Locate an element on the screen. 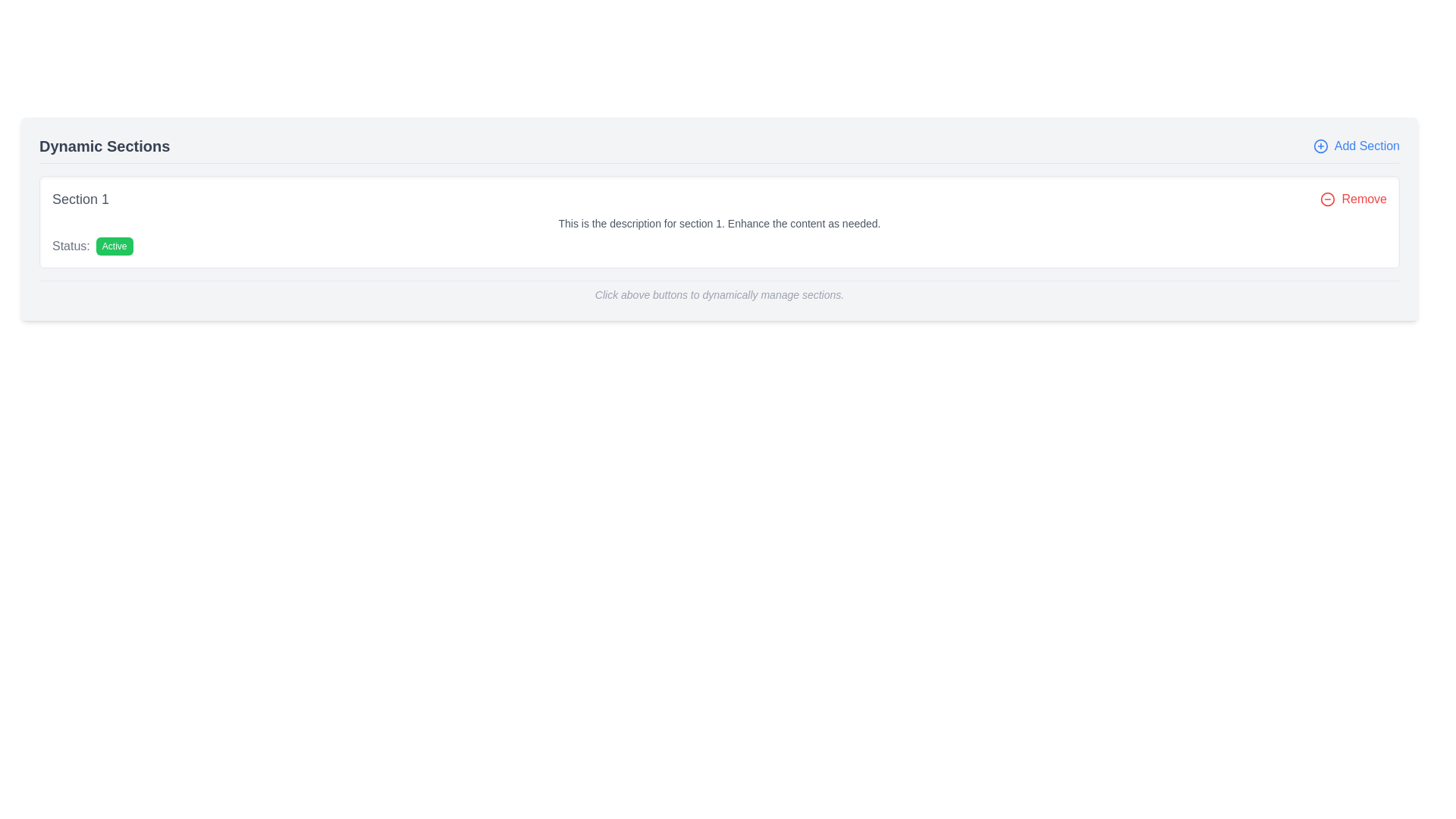 The height and width of the screenshot is (819, 1456). the 'Add Section' text label is located at coordinates (1367, 146).